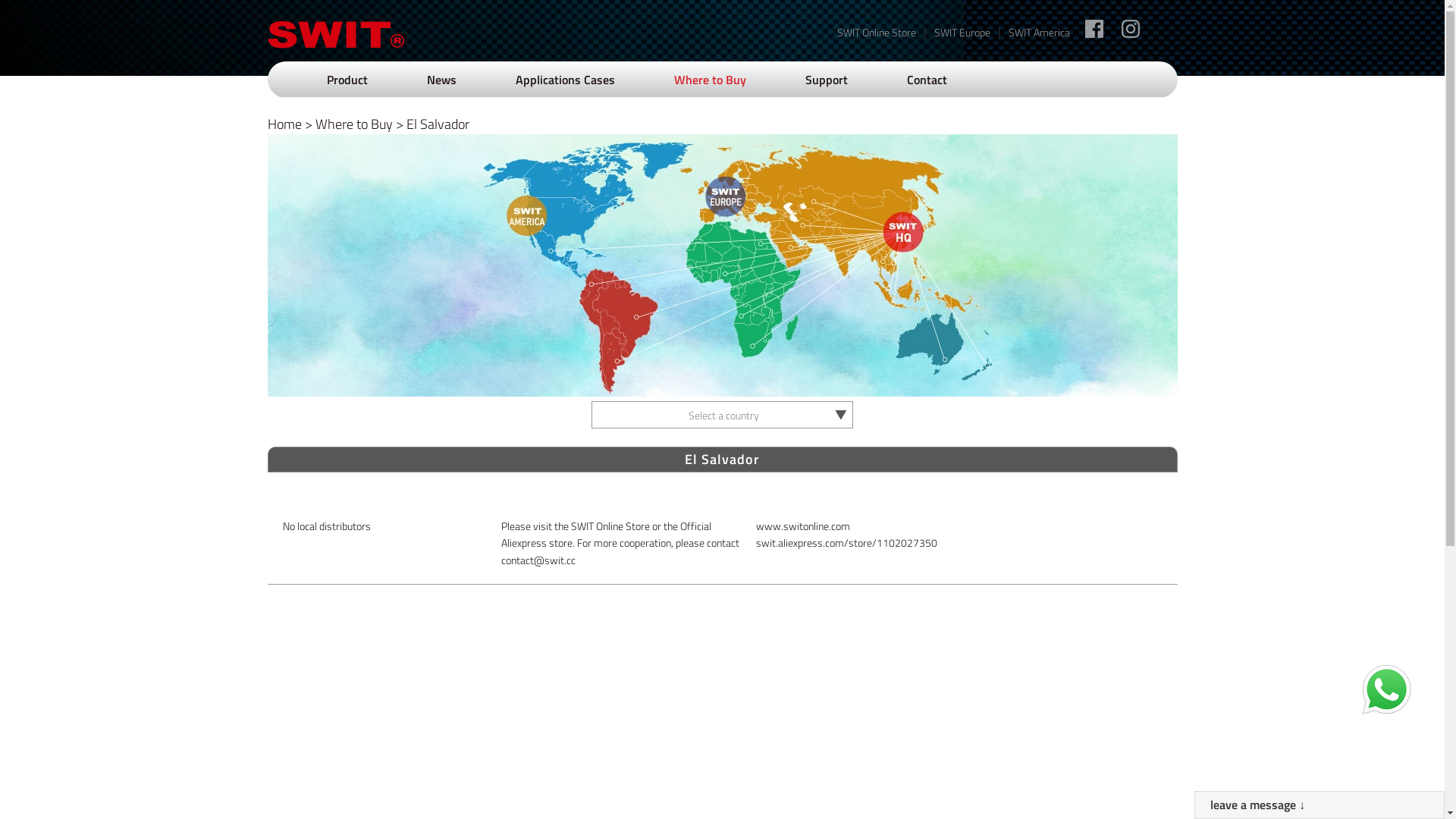 This screenshot has width=1456, height=819. I want to click on 'SWIT Online Store', so click(836, 32).